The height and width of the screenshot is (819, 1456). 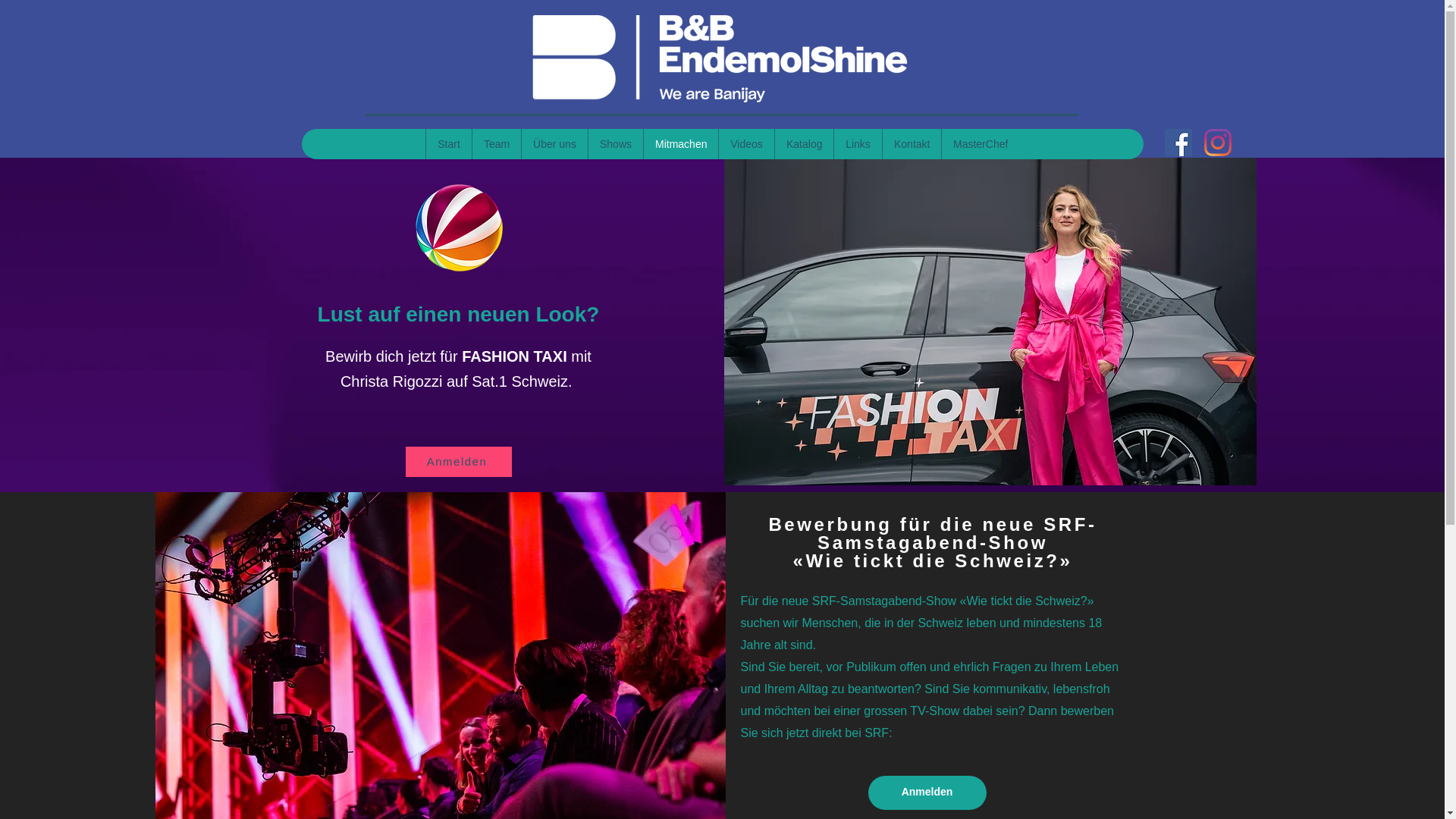 What do you see at coordinates (745, 143) in the screenshot?
I see `'Videos'` at bounding box center [745, 143].